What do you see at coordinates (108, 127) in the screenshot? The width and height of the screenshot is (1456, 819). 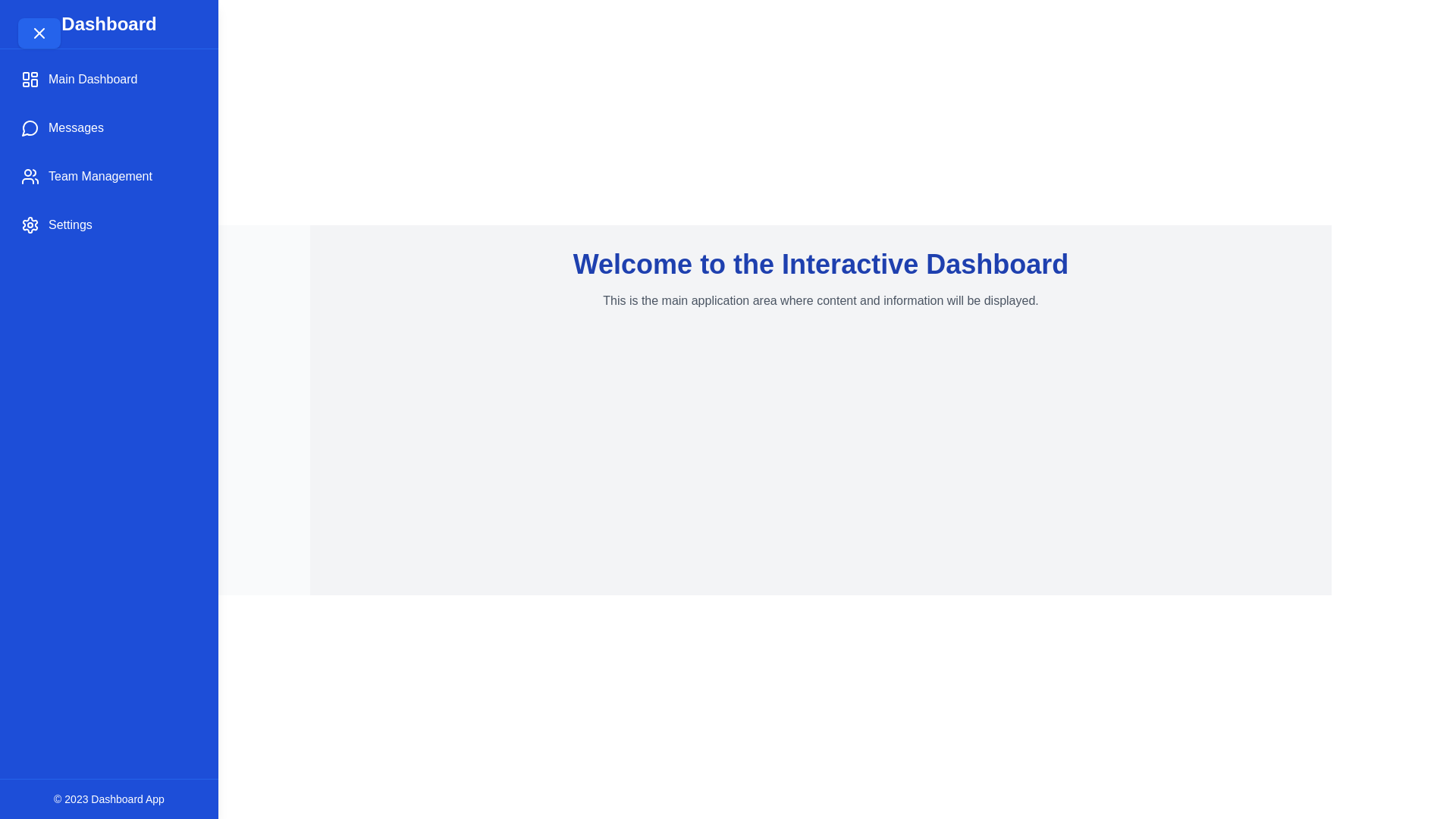 I see `the 'Messages' list item in the drawer to navigate to the 'Messages' section` at bounding box center [108, 127].